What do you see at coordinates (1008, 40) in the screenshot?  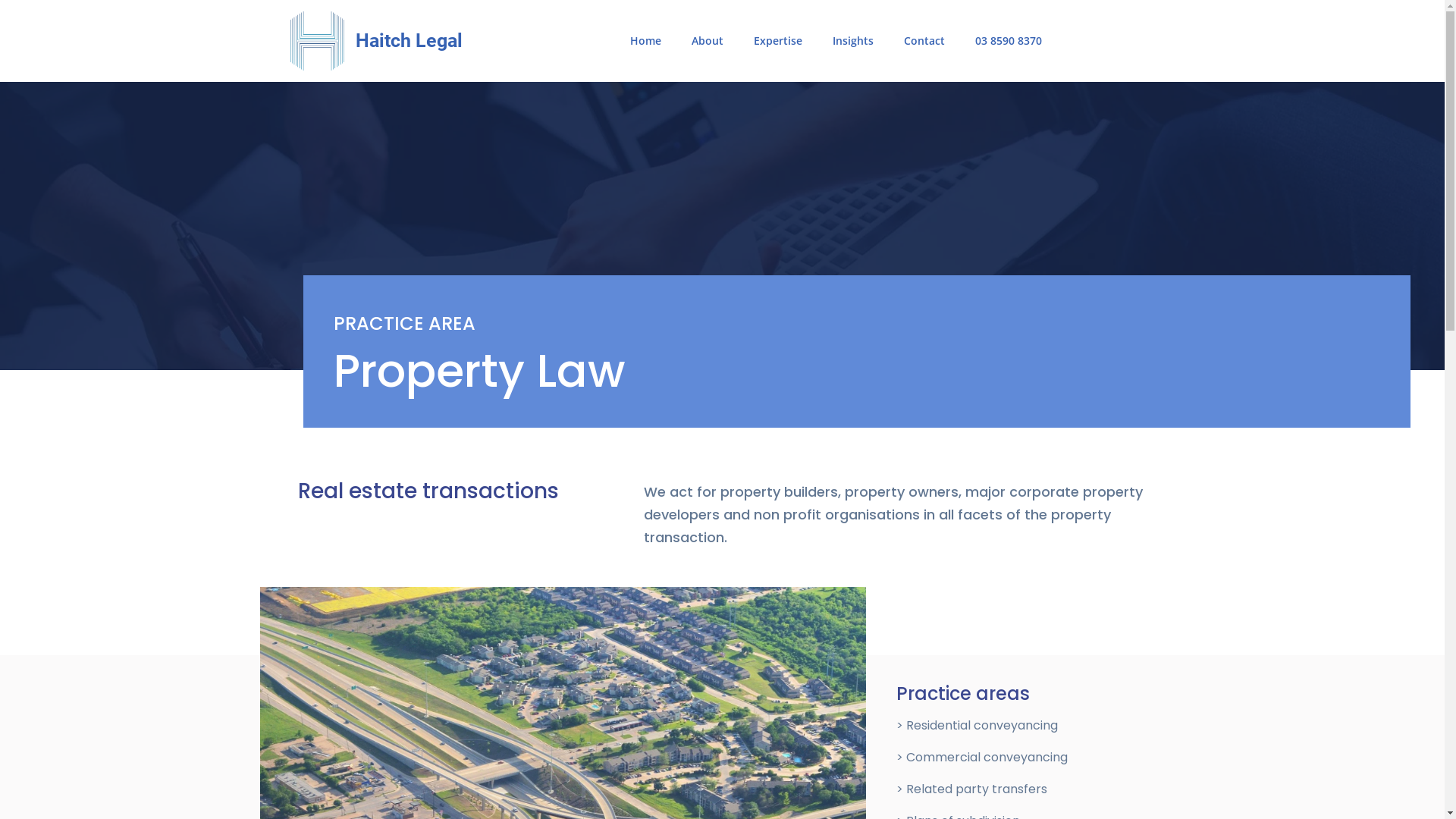 I see `'03 8590 8370'` at bounding box center [1008, 40].